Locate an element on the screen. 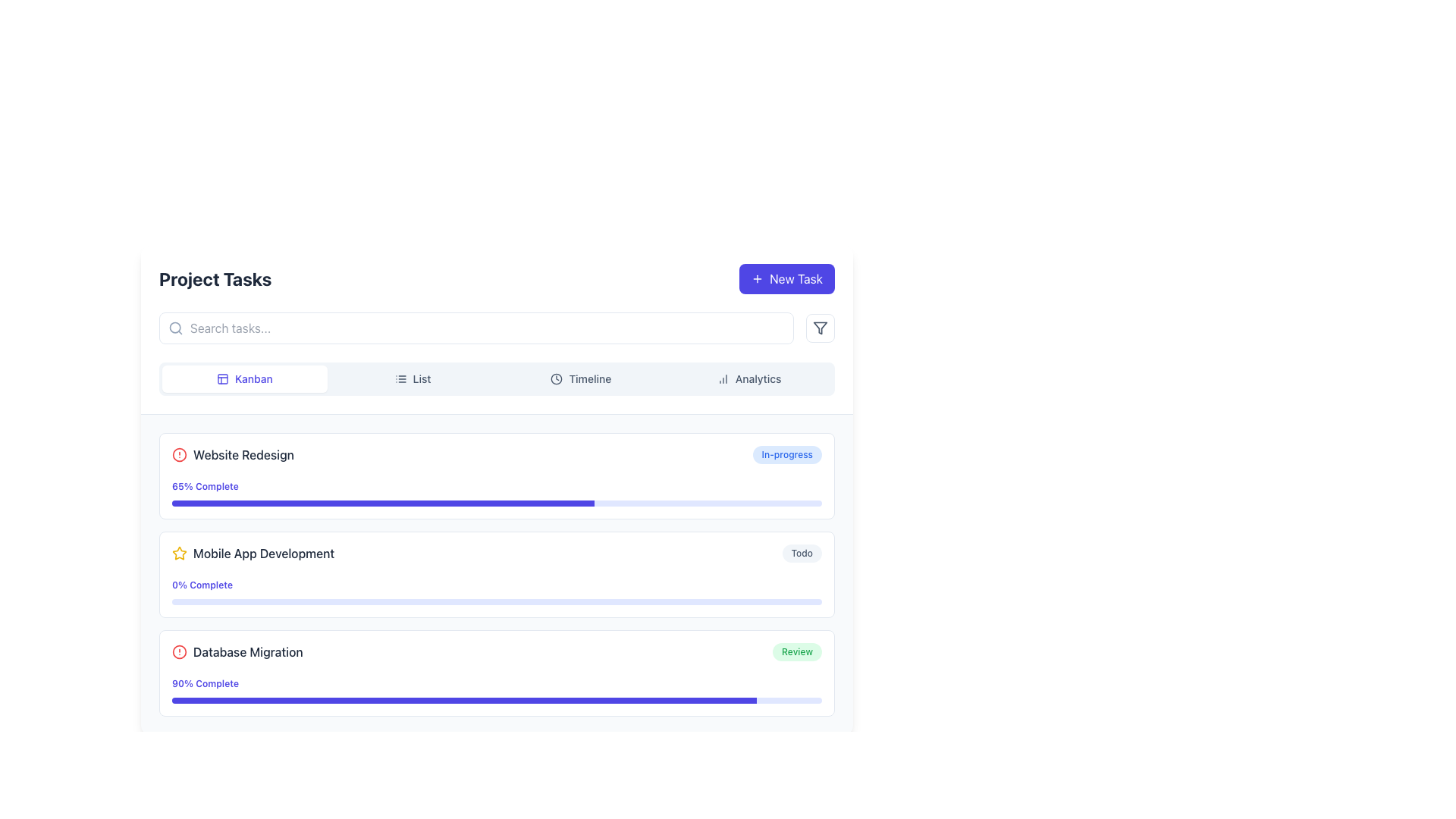 This screenshot has width=1456, height=819. the progress bar indicating 0% completion in the Mobile App Development section is located at coordinates (497, 601).